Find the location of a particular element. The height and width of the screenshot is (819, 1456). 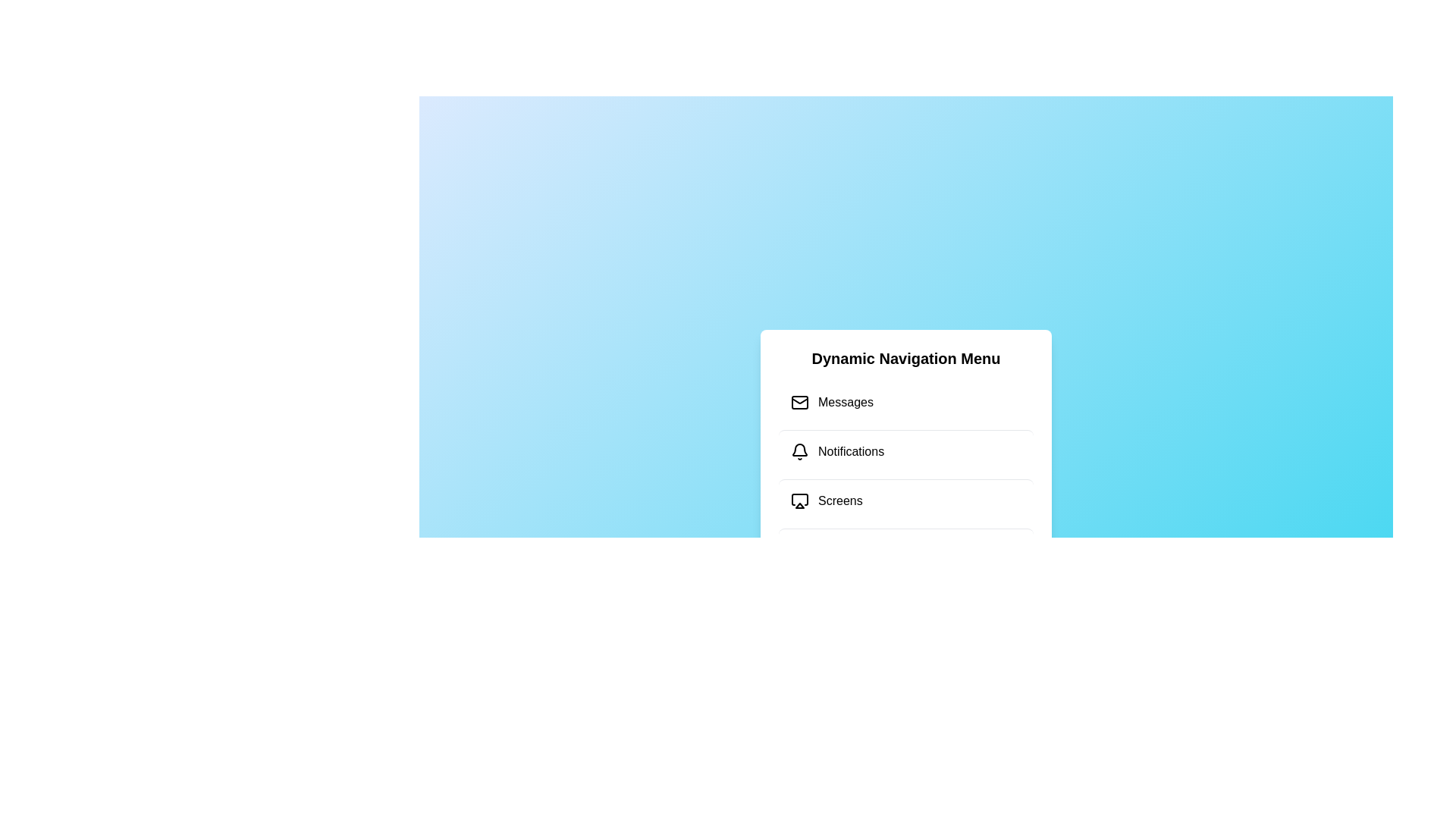

the menu item Screens by clicking on it is located at coordinates (906, 500).